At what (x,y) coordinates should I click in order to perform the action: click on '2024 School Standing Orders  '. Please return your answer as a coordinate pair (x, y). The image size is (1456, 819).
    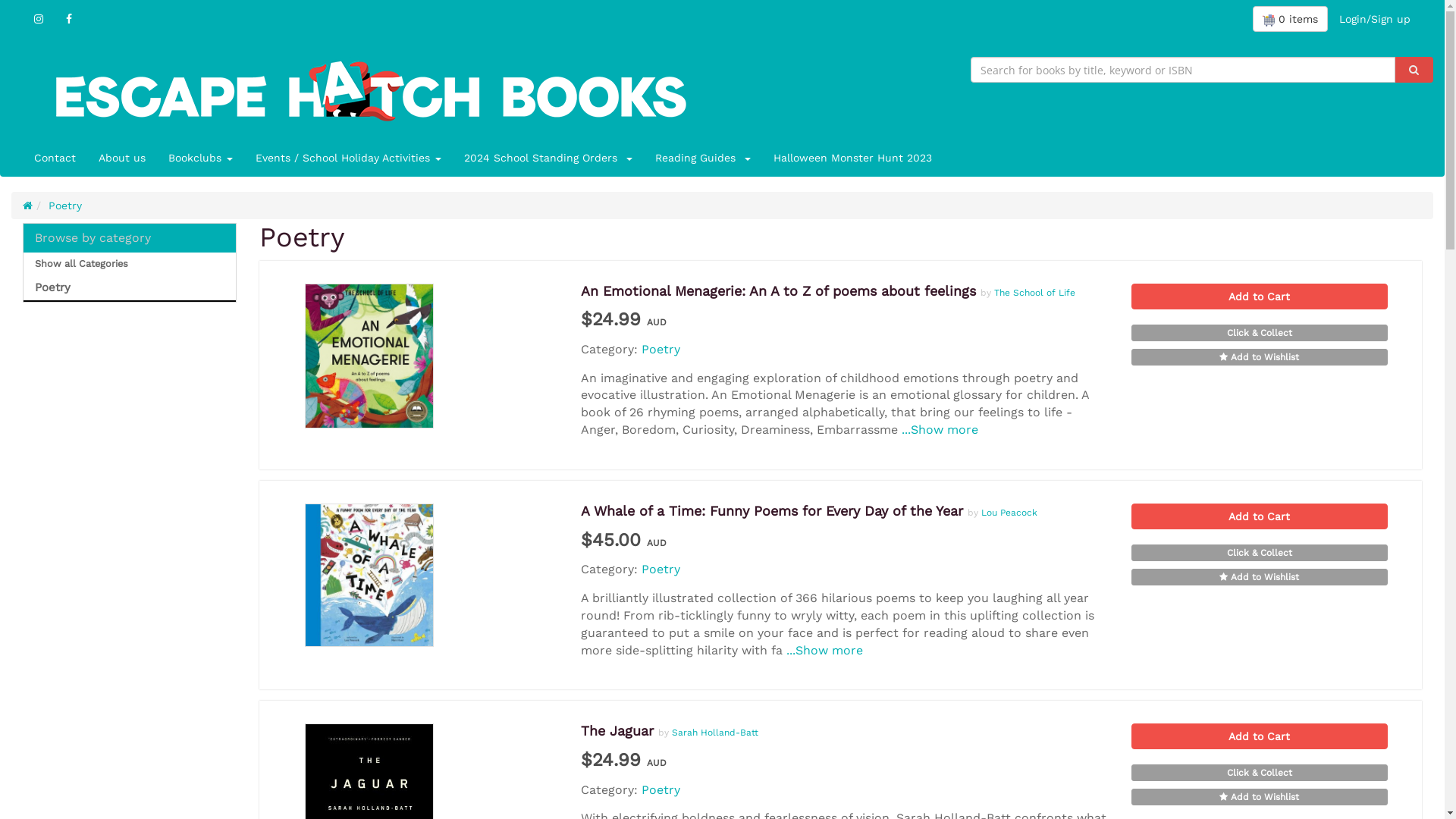
    Looking at the image, I should click on (548, 158).